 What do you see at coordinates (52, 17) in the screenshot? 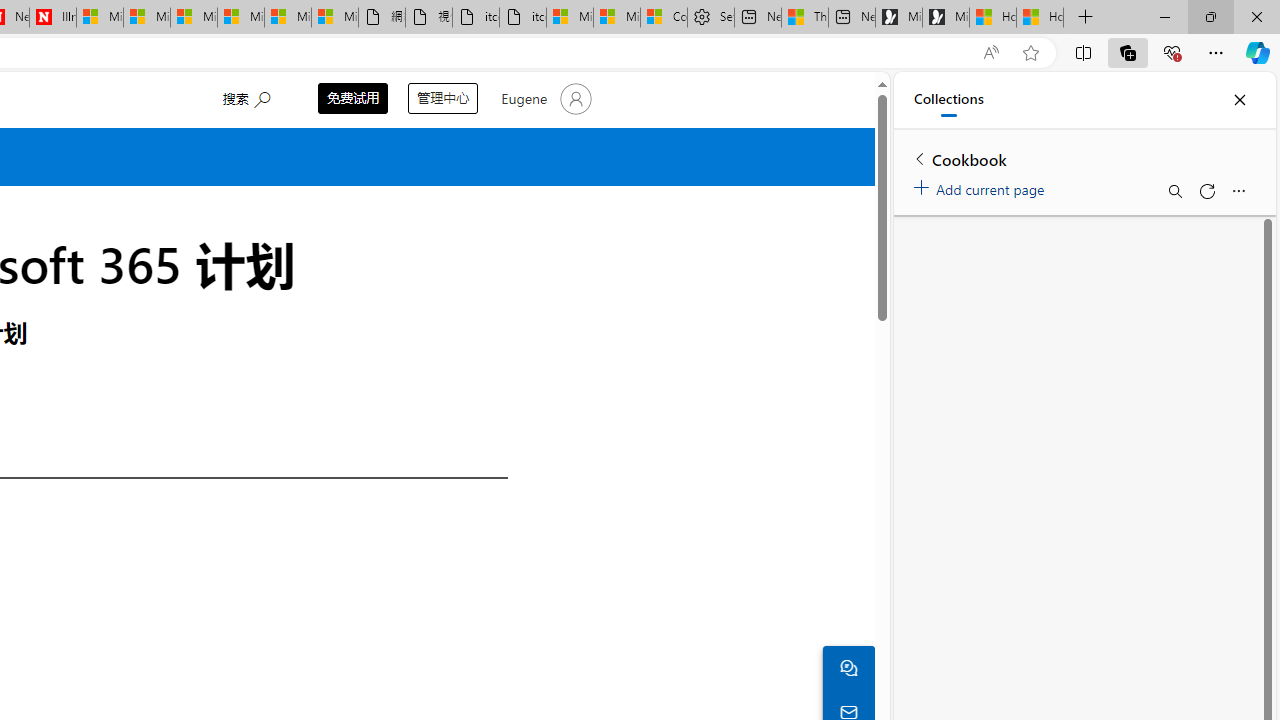
I see `'Illness news & latest pictures from Newsweek.com'` at bounding box center [52, 17].